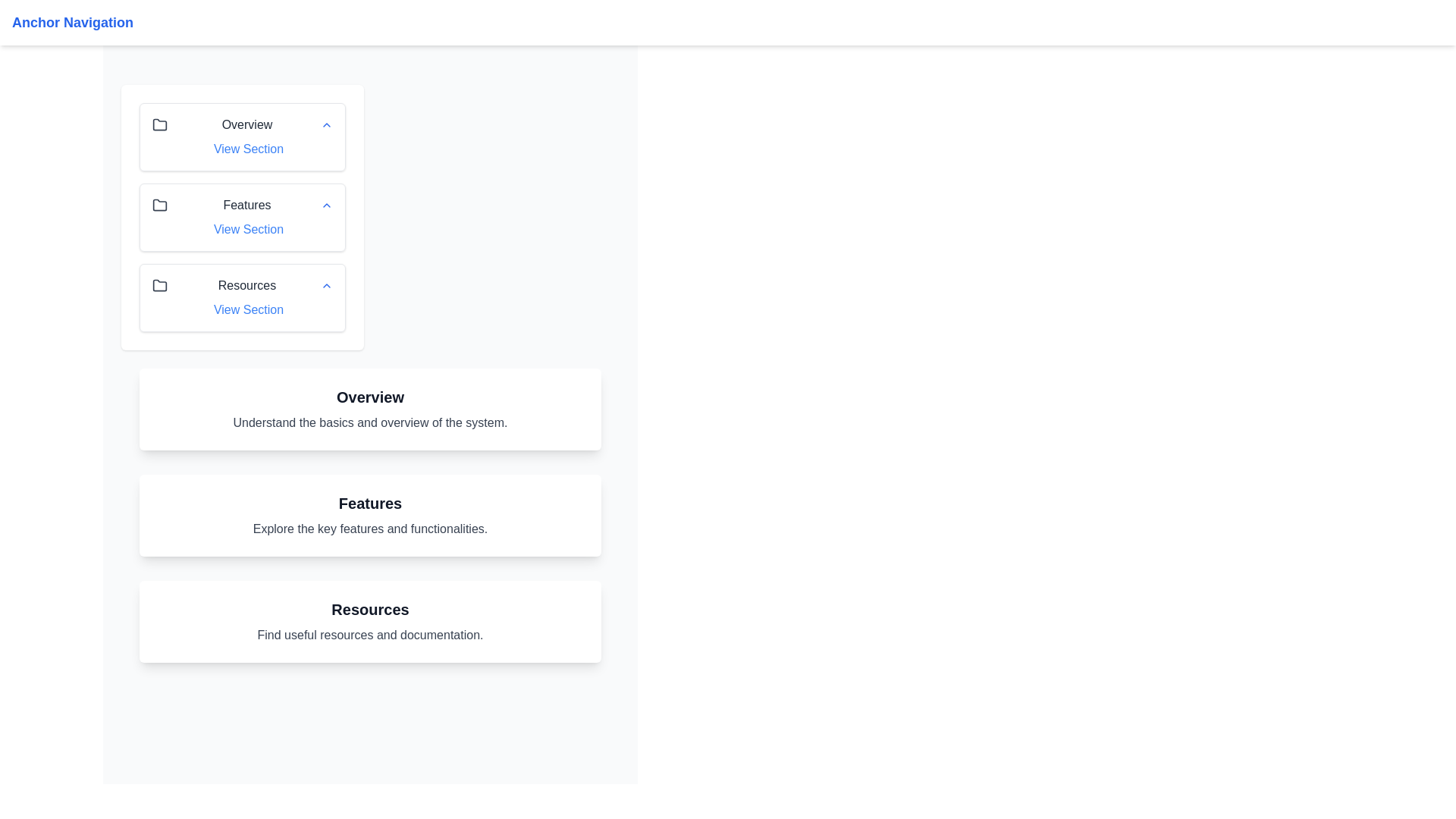  What do you see at coordinates (243, 286) in the screenshot?
I see `the 'Resources' Collapsible Section Header which contains a folder icon on the left, bold text in the center, and an upward chevron on the right, positioned as the third entry in the collapsible list` at bounding box center [243, 286].